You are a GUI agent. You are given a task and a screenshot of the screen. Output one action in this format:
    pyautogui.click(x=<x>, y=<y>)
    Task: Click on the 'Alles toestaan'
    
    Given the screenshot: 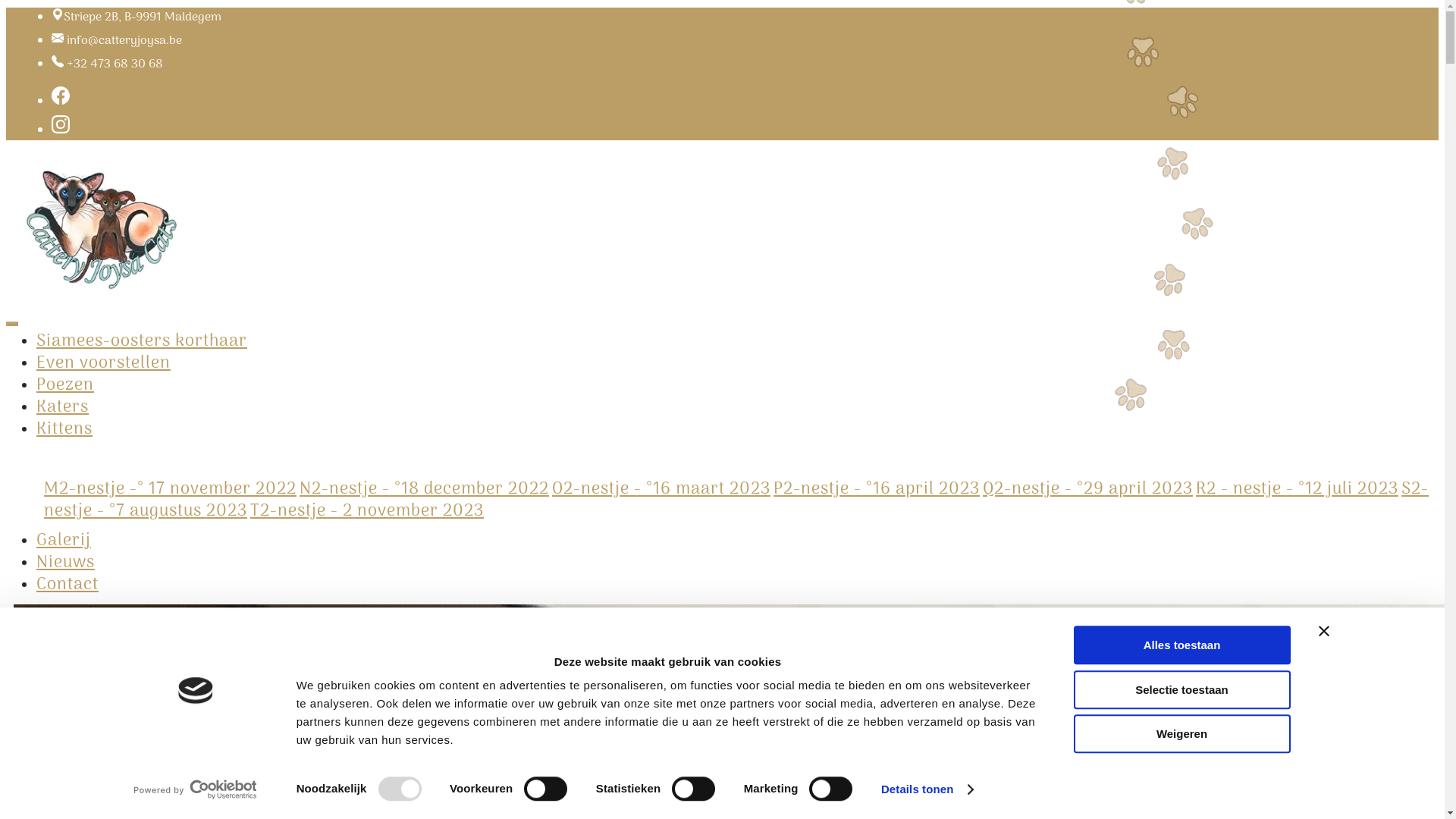 What is the action you would take?
    pyautogui.click(x=1181, y=645)
    